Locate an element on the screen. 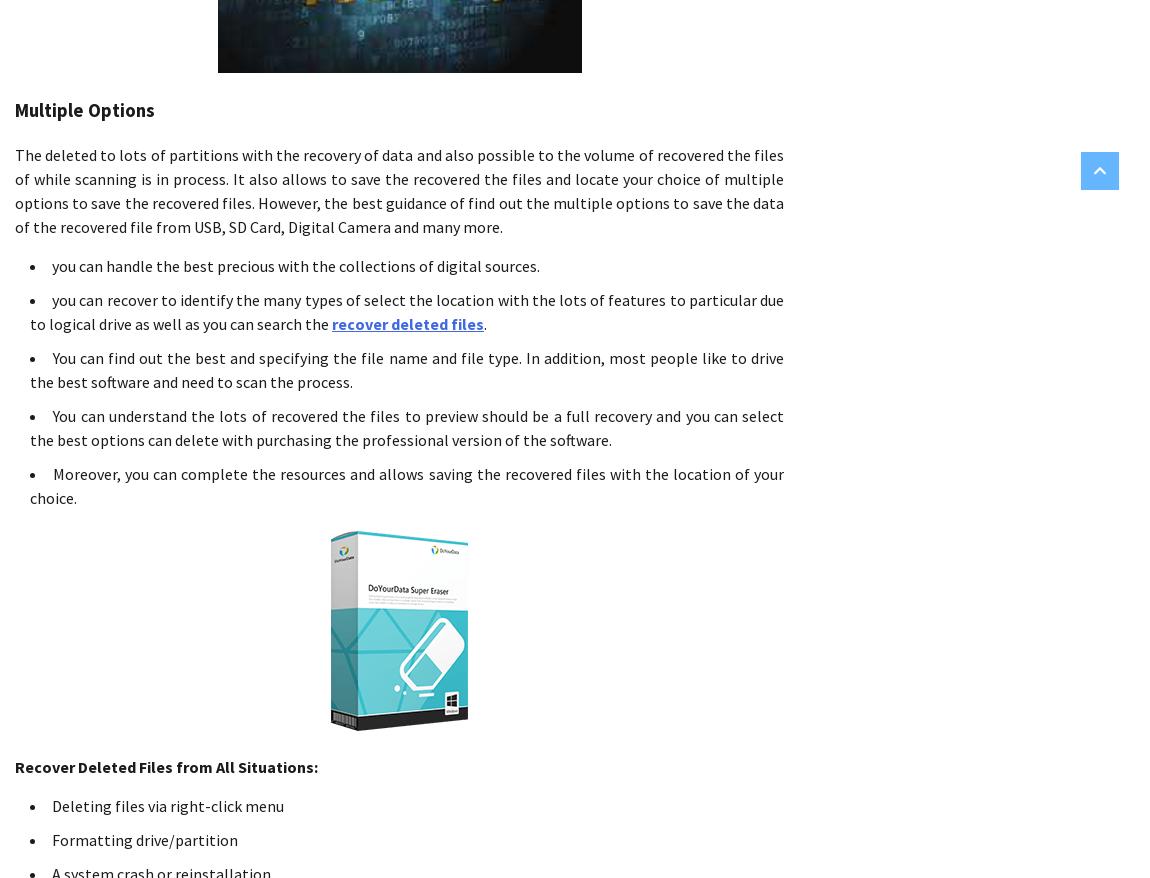 The image size is (1150, 878). 'Multiple Options' is located at coordinates (83, 108).